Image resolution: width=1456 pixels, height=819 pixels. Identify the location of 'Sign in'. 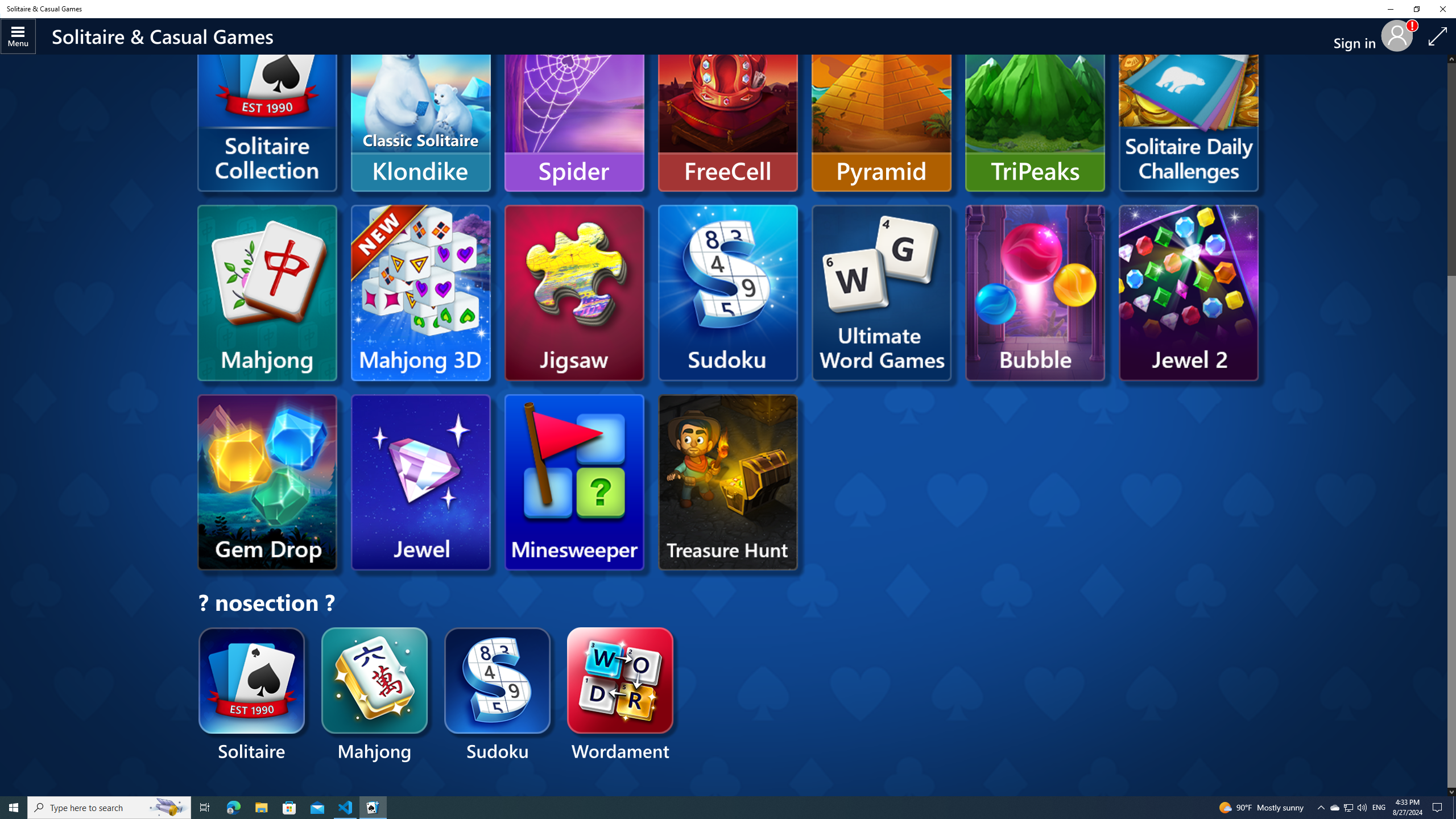
(1358, 36).